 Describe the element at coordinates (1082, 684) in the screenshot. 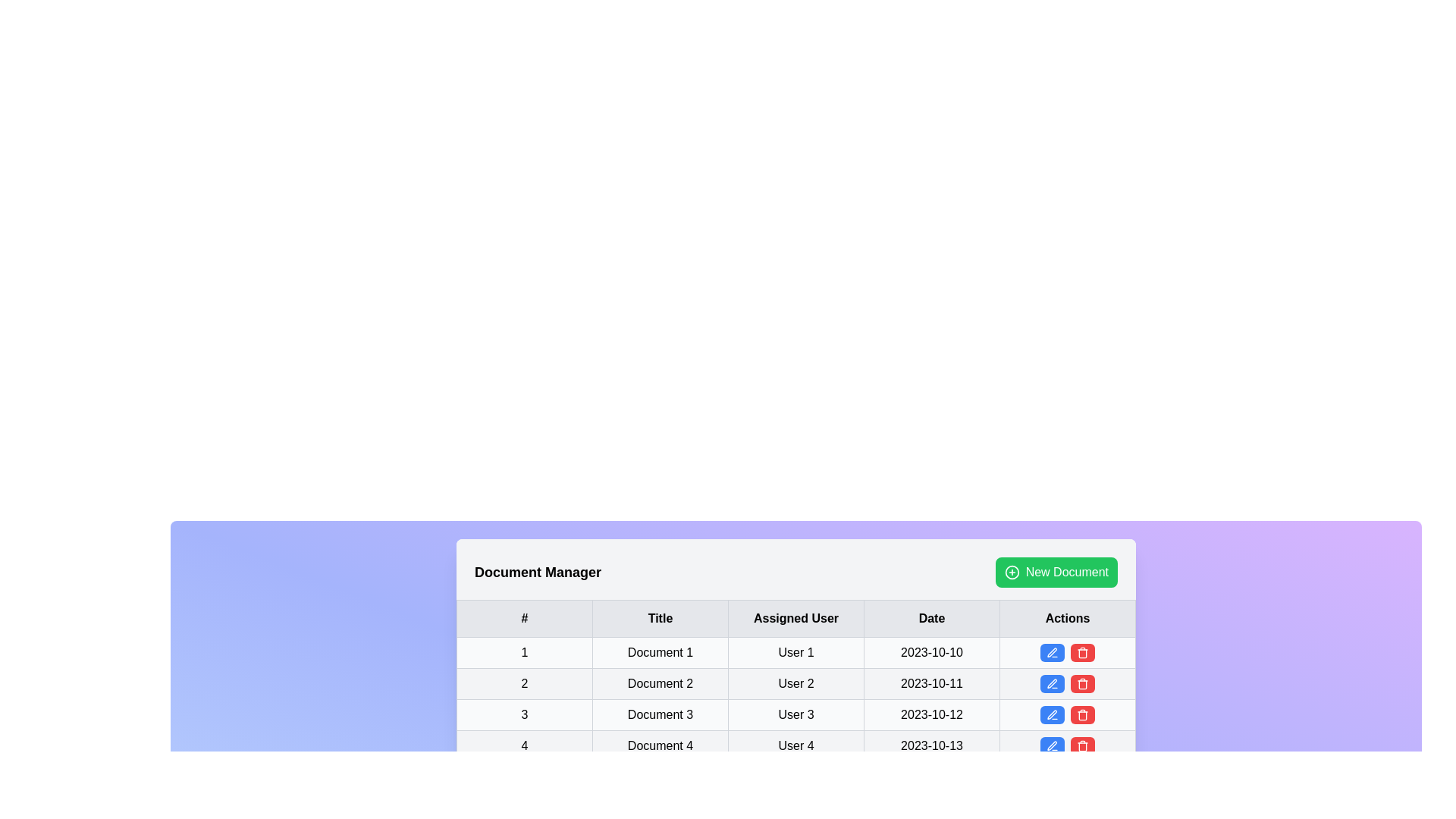

I see `the delete icon button located in the 'Actions' column for 'Document 2'` at that location.